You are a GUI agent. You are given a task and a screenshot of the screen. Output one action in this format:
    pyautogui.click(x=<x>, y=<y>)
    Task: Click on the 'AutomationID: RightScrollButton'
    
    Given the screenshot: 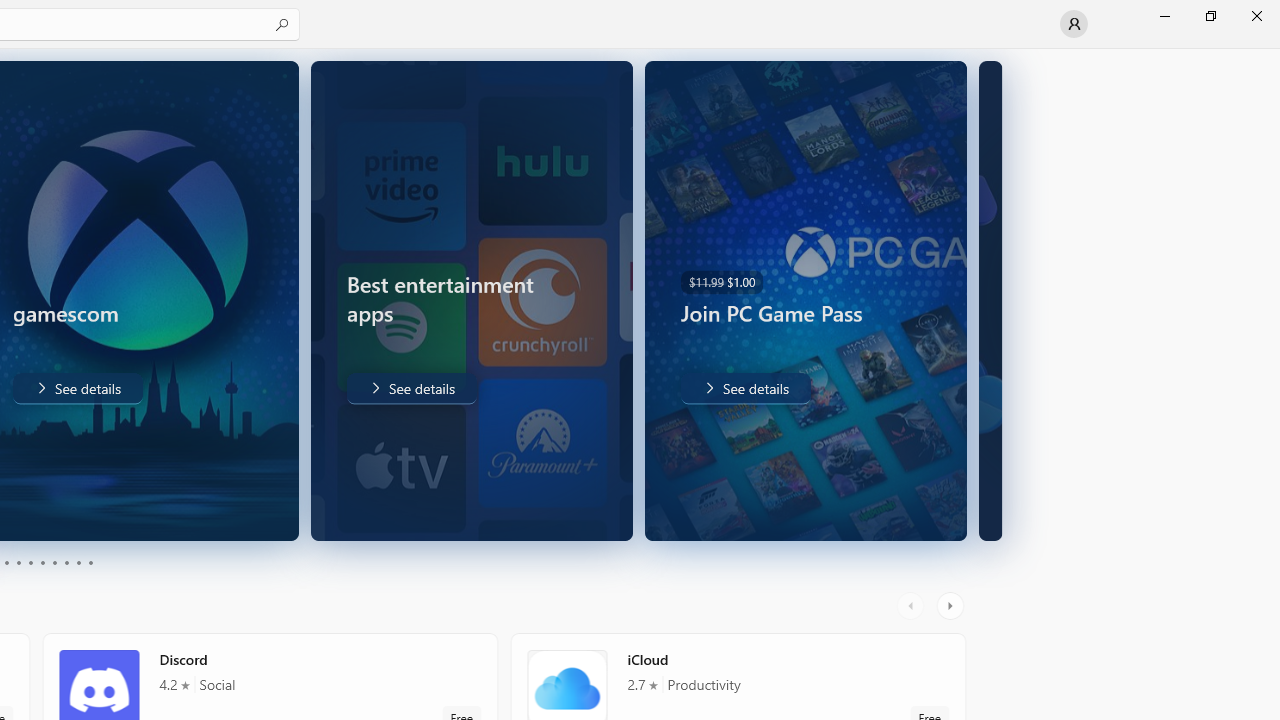 What is the action you would take?
    pyautogui.click(x=951, y=605)
    